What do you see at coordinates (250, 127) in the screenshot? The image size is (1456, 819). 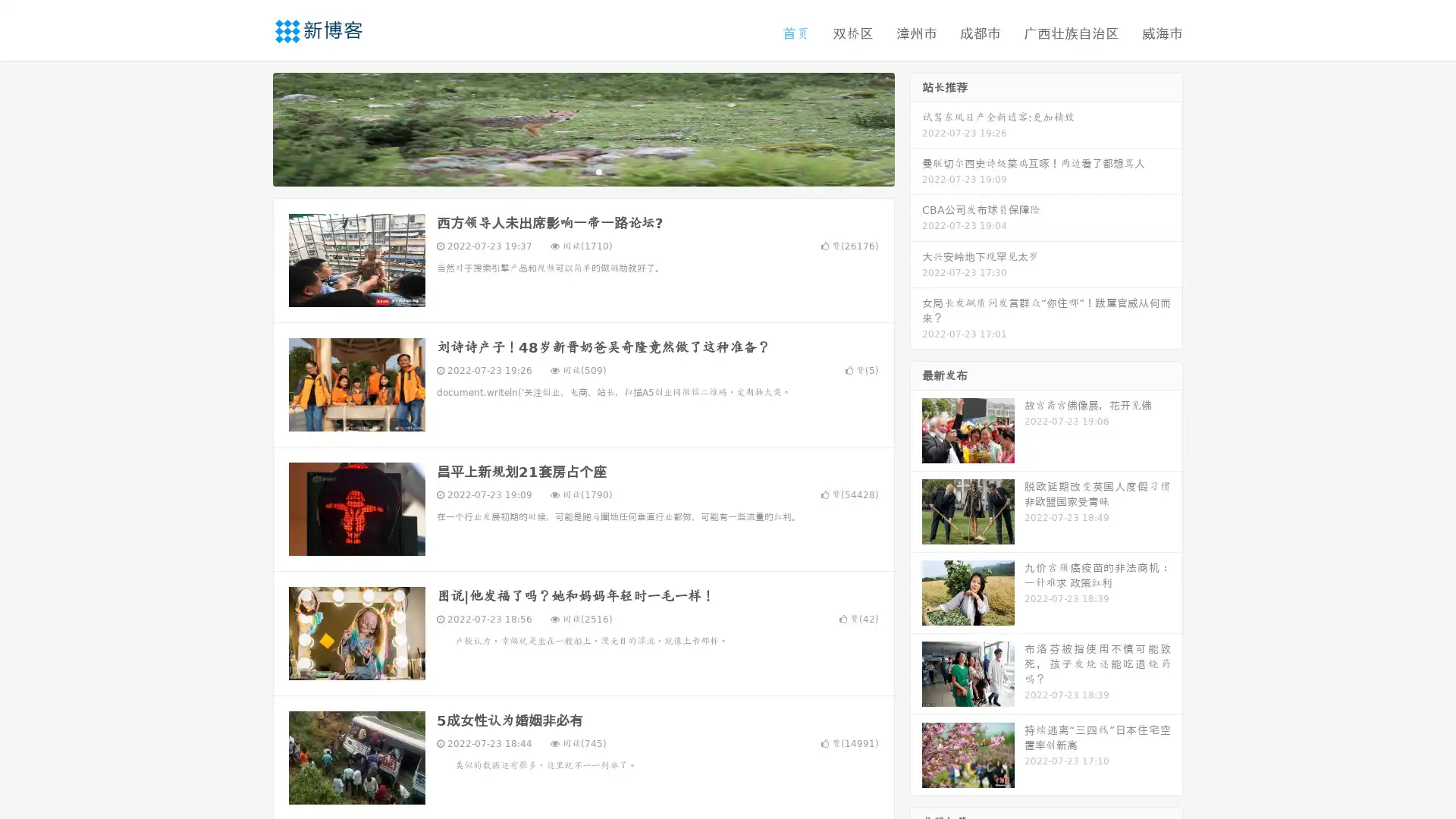 I see `Previous slide` at bounding box center [250, 127].